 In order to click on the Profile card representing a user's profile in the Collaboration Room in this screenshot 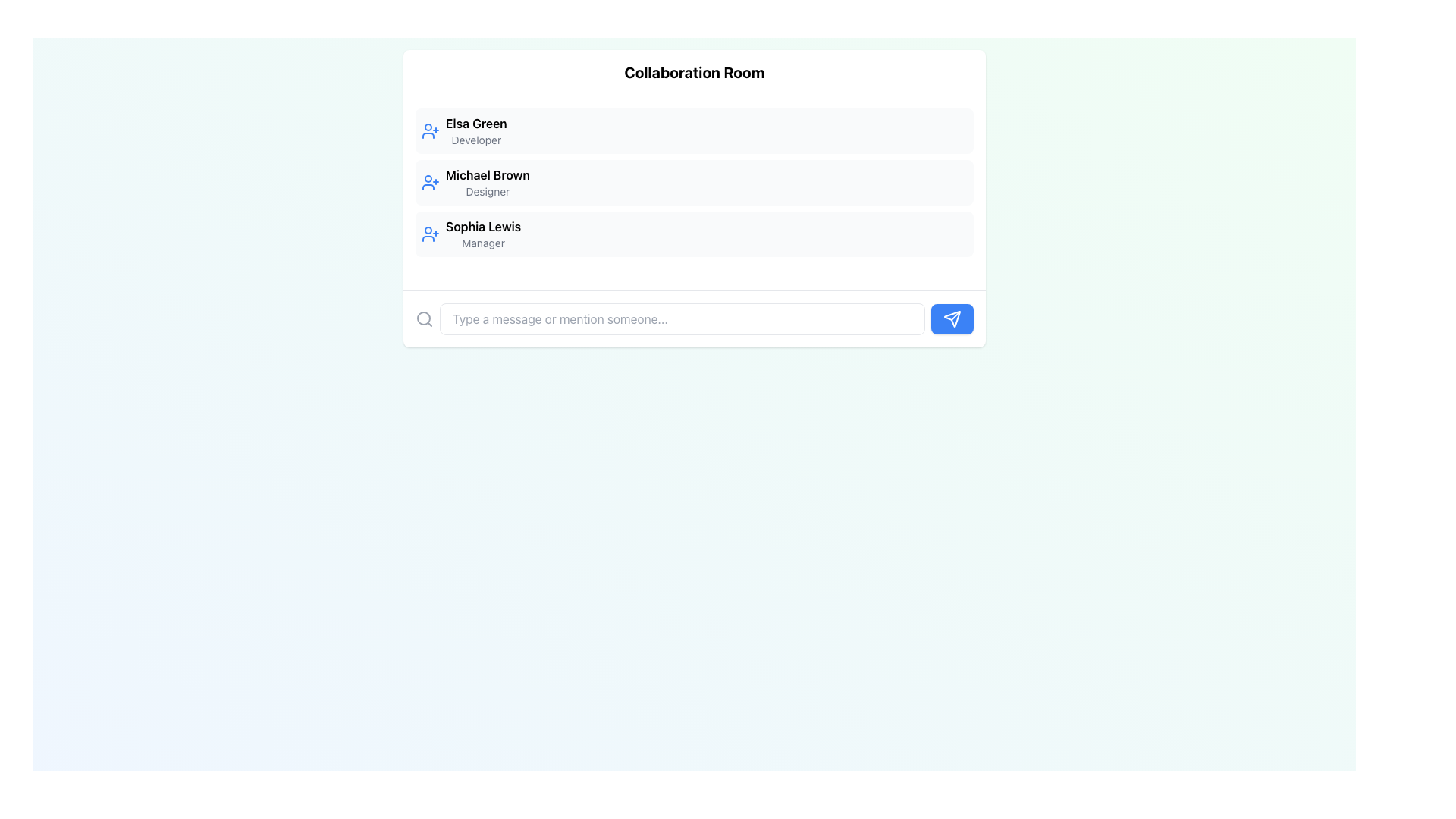, I will do `click(694, 130)`.